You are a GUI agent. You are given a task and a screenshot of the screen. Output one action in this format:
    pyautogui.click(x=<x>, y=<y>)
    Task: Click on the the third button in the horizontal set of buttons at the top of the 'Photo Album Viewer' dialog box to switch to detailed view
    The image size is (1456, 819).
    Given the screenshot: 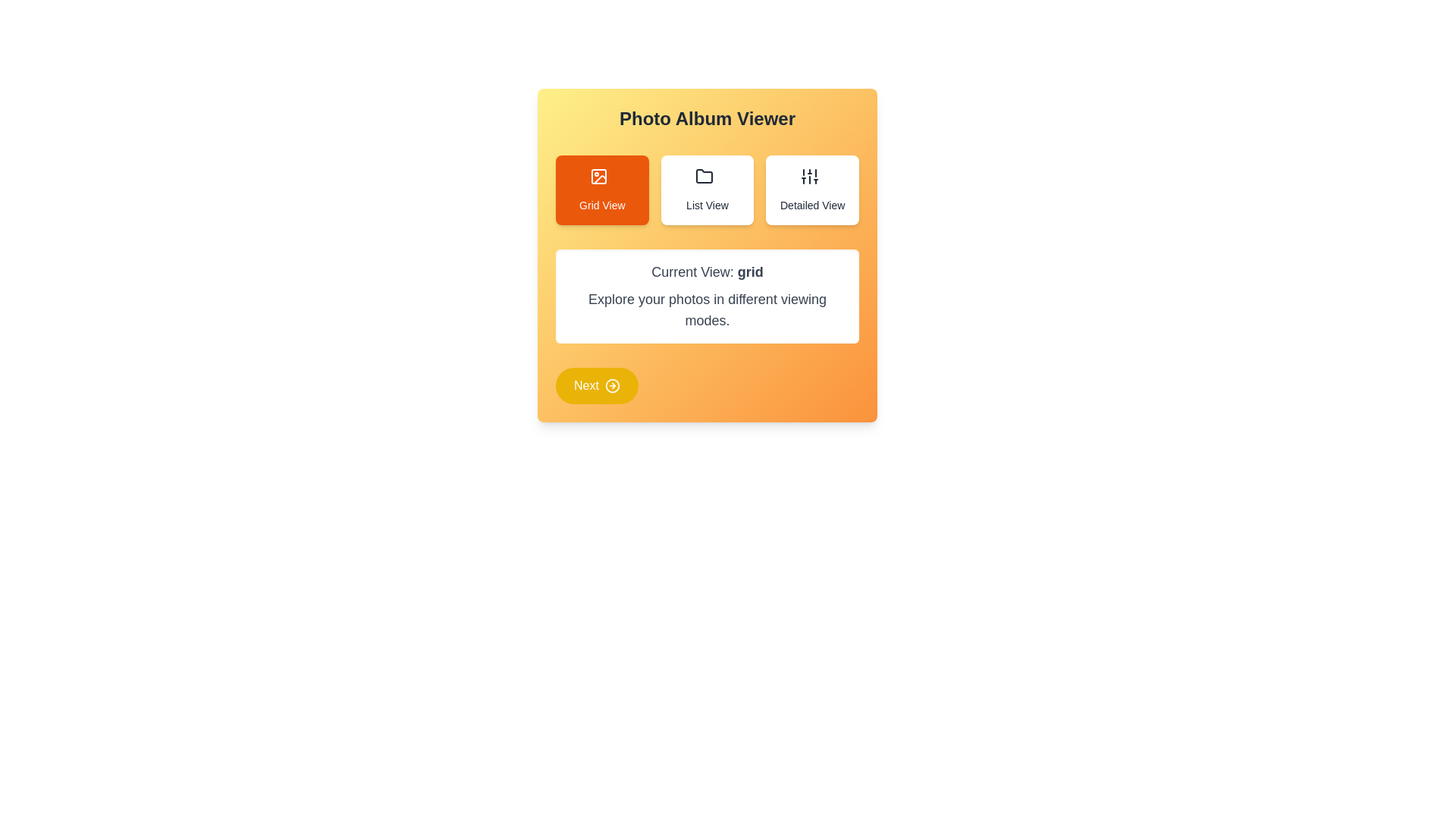 What is the action you would take?
    pyautogui.click(x=811, y=189)
    